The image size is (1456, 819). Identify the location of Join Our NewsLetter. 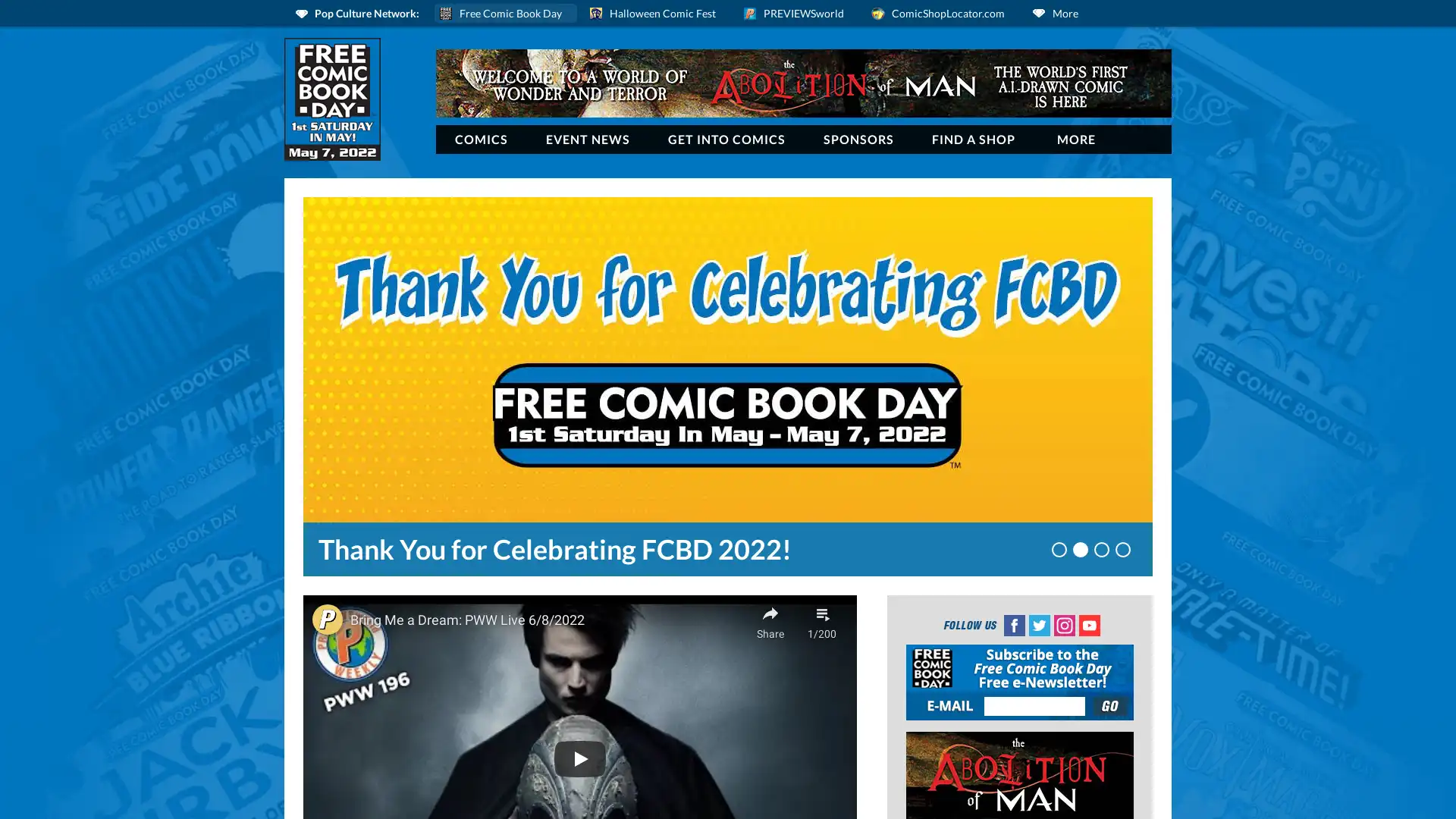
(1111, 705).